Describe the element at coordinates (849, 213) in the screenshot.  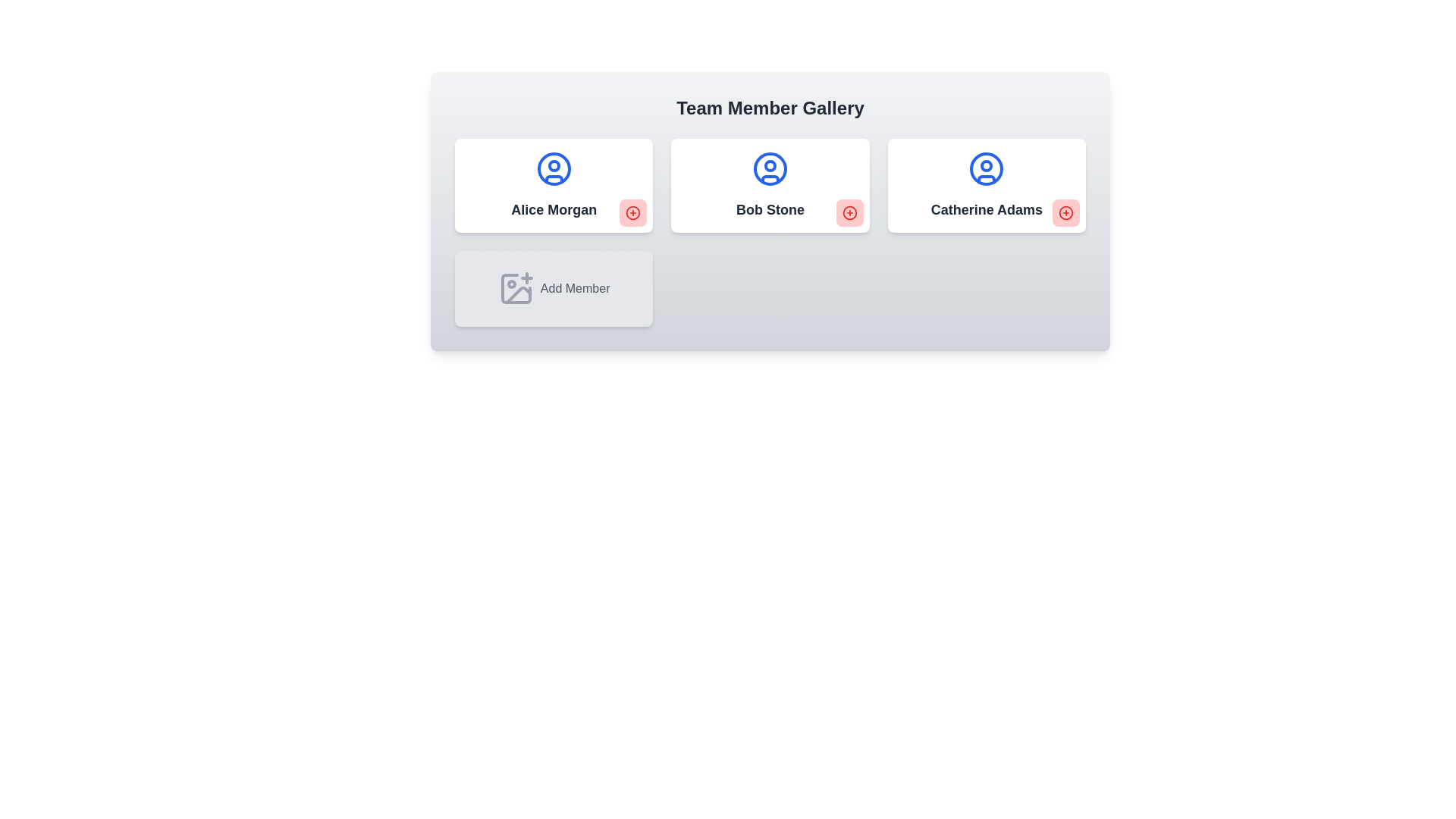
I see `the action trigger button located in the bottom-right corner of the card representing 'Bob Stone'` at that location.